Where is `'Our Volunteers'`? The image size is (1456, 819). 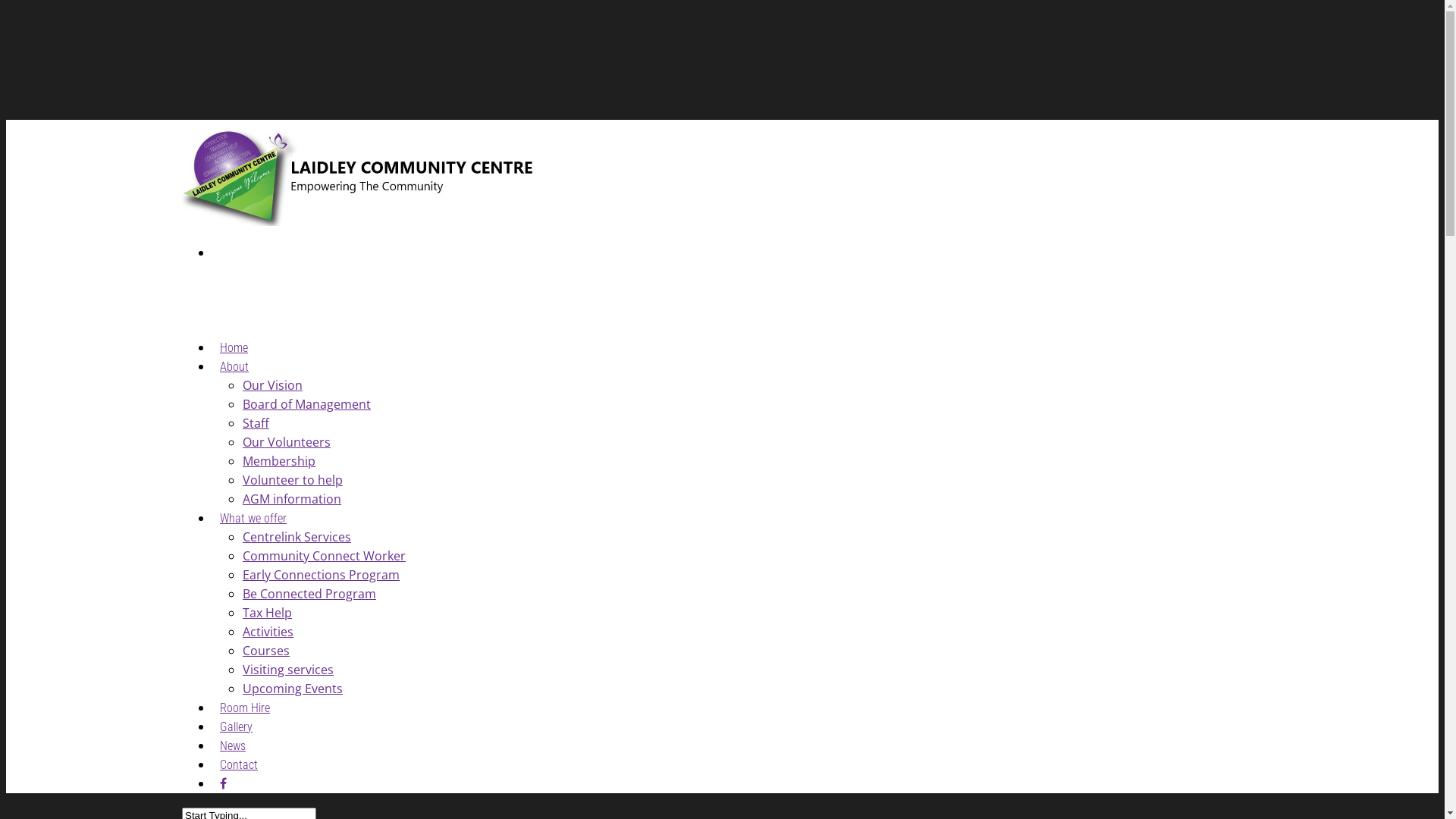 'Our Volunteers' is located at coordinates (287, 441).